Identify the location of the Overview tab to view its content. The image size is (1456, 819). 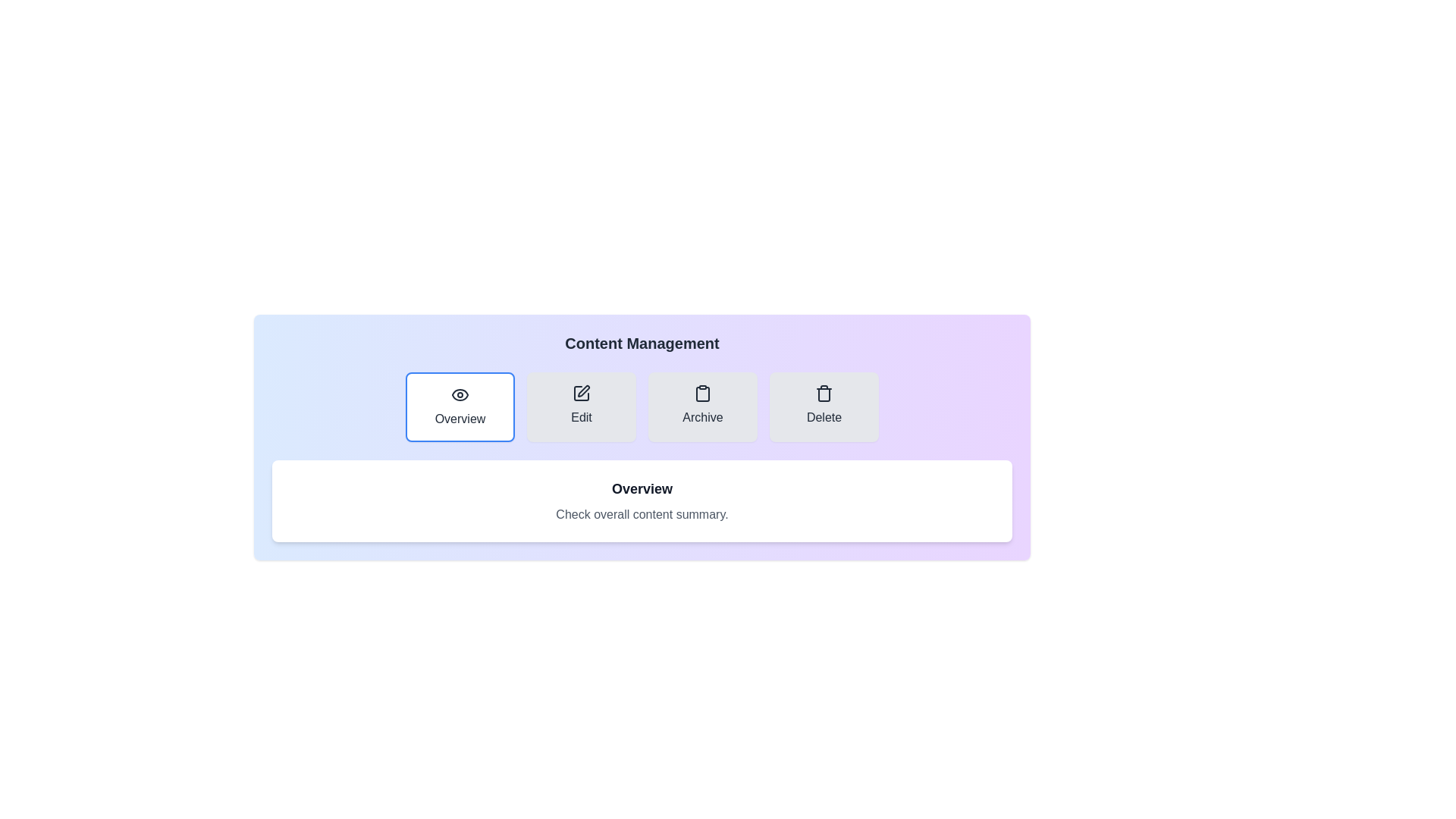
(459, 406).